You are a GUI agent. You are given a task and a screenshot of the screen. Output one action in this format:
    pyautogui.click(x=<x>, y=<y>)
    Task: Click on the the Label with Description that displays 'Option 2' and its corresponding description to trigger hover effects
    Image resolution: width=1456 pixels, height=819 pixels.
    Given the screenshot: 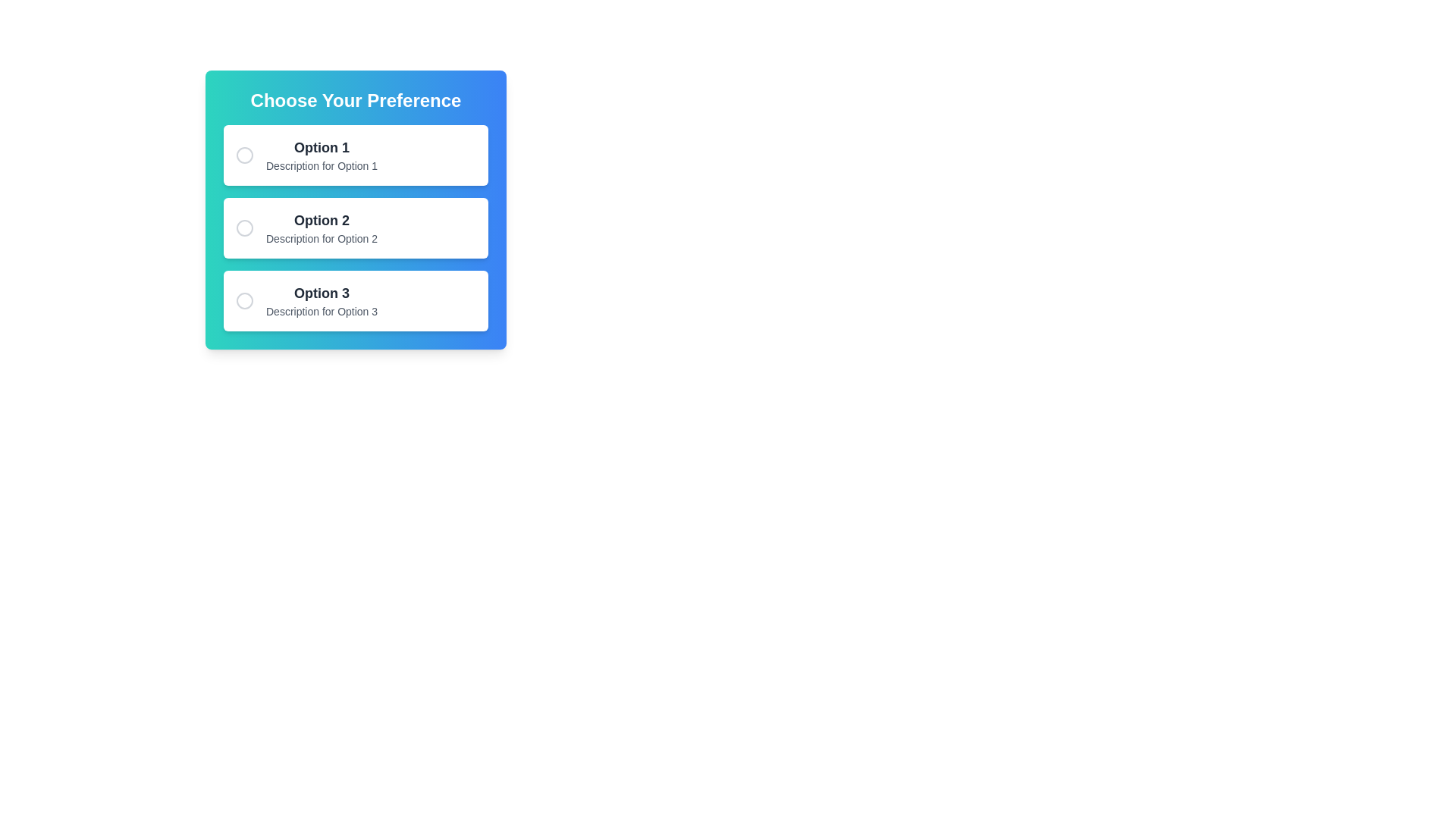 What is the action you would take?
    pyautogui.click(x=321, y=227)
    